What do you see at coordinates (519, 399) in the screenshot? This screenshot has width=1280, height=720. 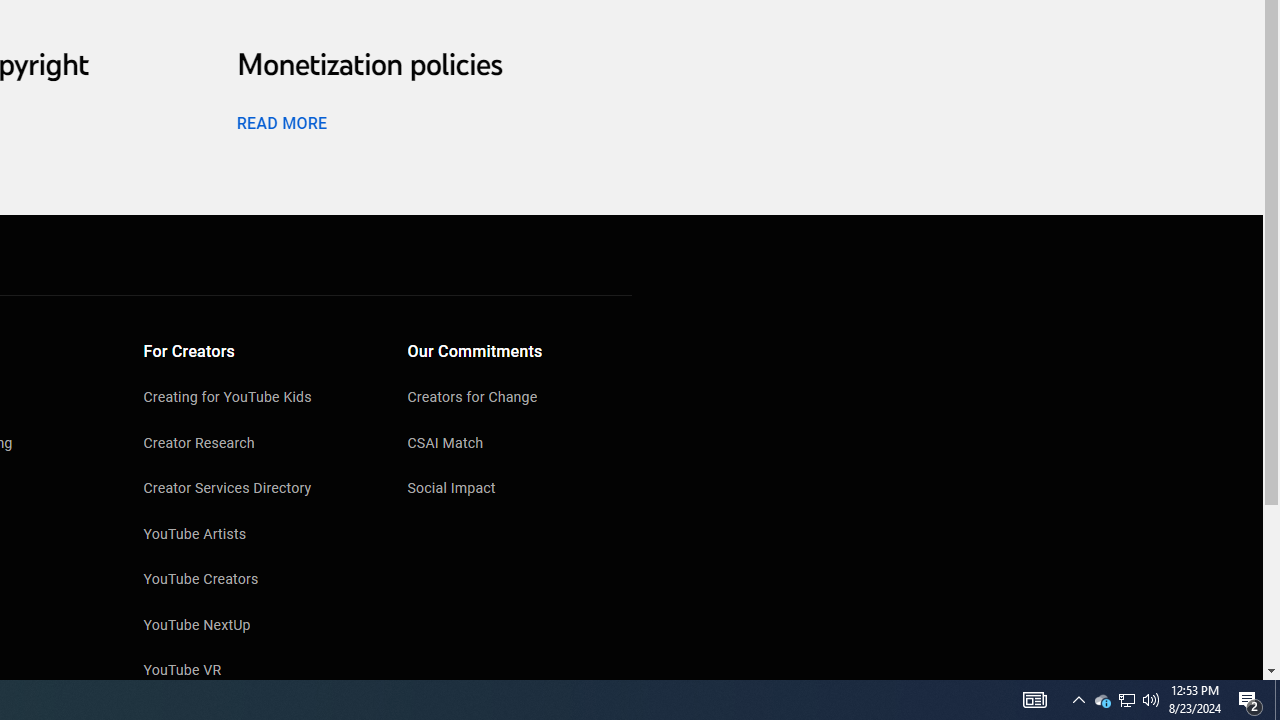 I see `'Creators for Change'` at bounding box center [519, 399].